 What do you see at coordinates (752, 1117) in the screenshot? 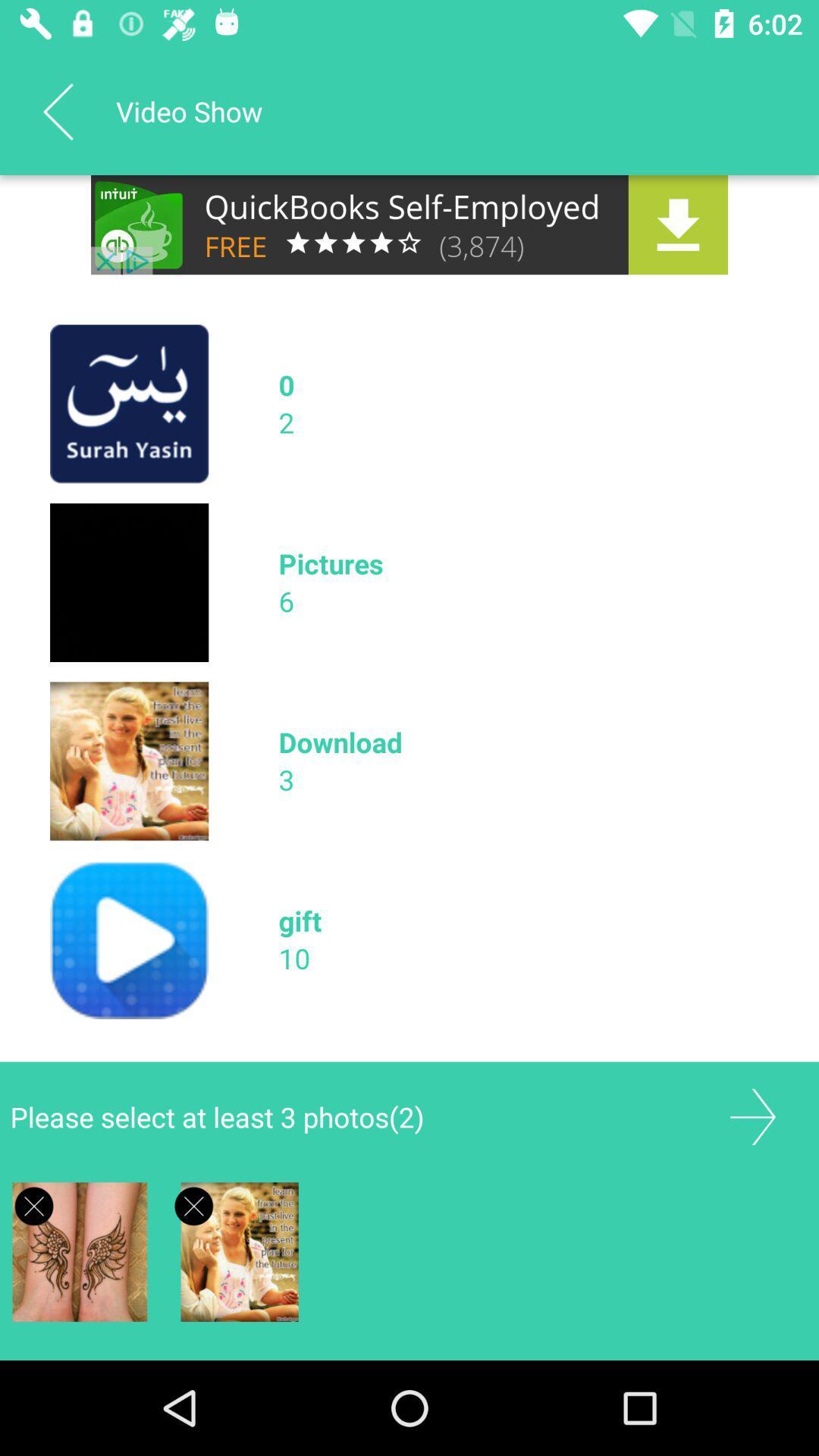
I see `next field` at bounding box center [752, 1117].